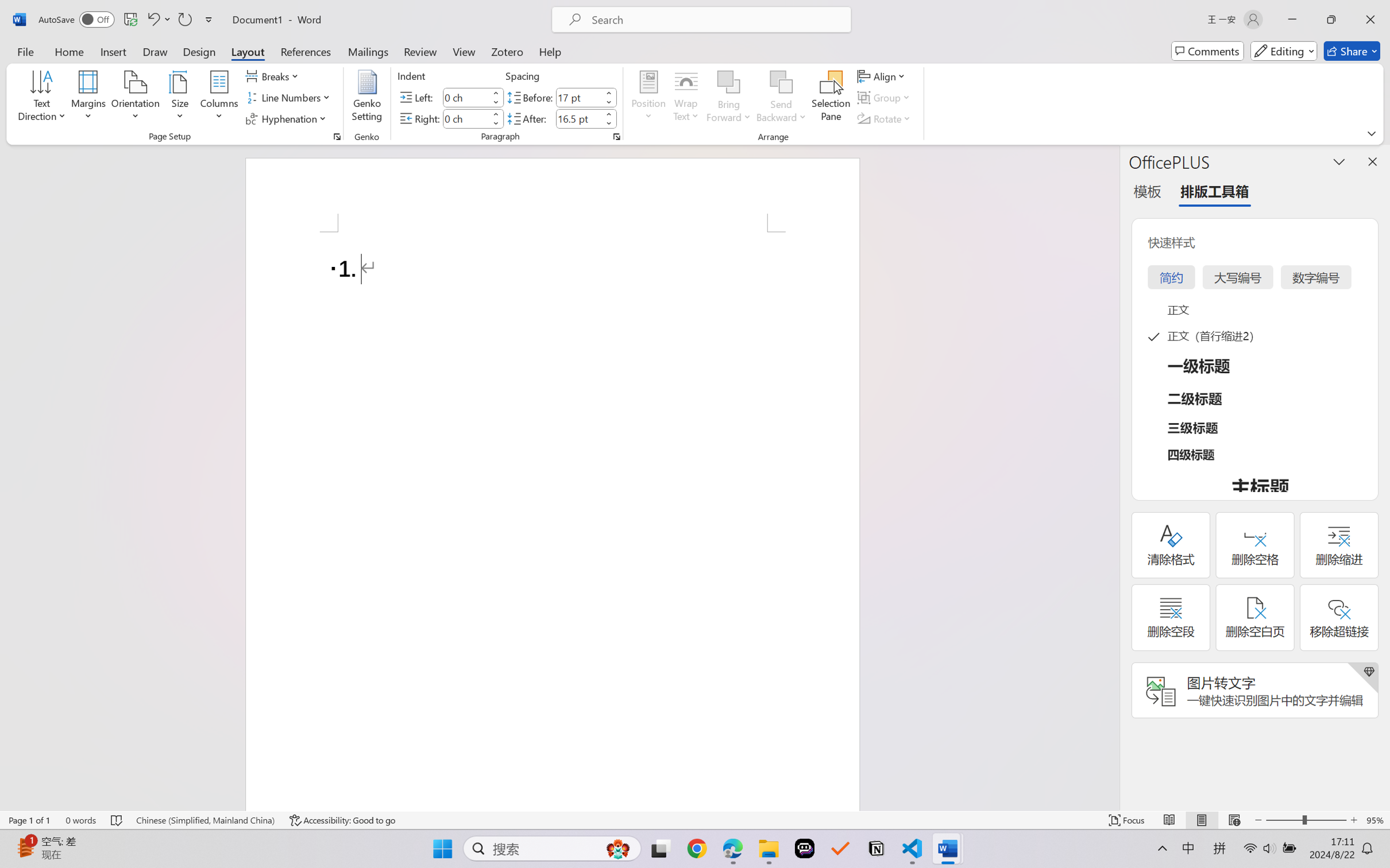  What do you see at coordinates (465, 118) in the screenshot?
I see `'Indent Right'` at bounding box center [465, 118].